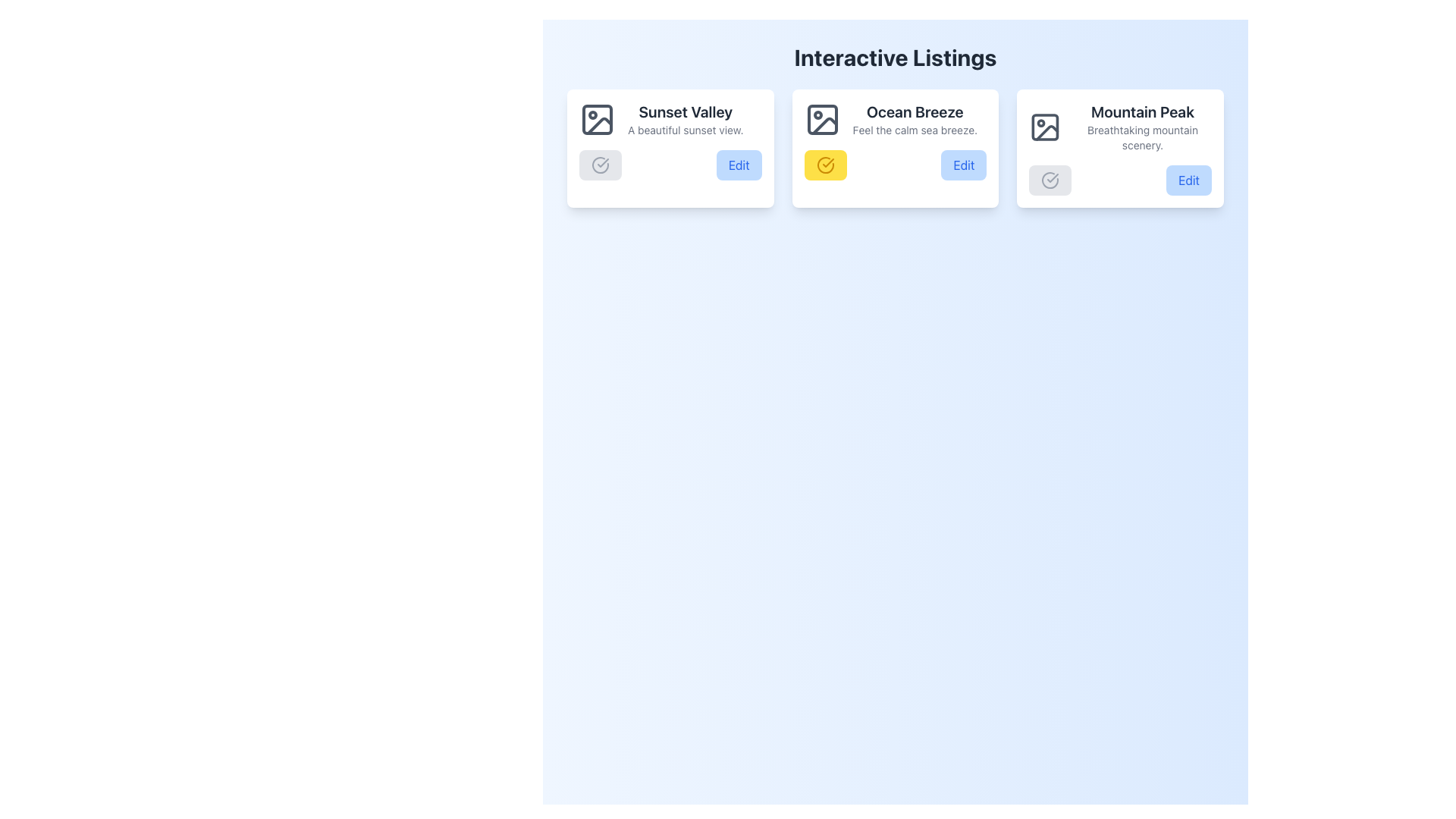  What do you see at coordinates (914, 130) in the screenshot?
I see `the text element that says 'Feel the calm sea breeze.' which is styled in a small, gray font and is located below the 'Ocean Breeze' title within a card-like component` at bounding box center [914, 130].